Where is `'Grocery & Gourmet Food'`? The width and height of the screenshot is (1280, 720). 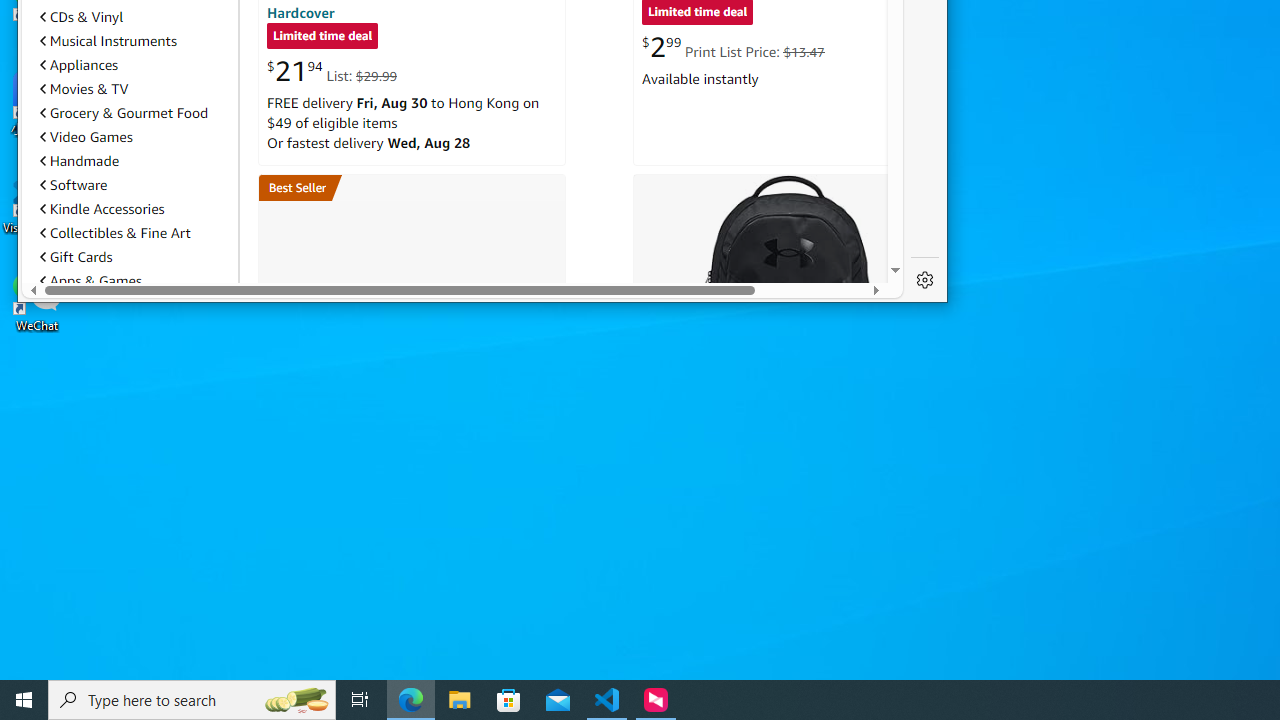
'Grocery & Gourmet Food' is located at coordinates (123, 112).